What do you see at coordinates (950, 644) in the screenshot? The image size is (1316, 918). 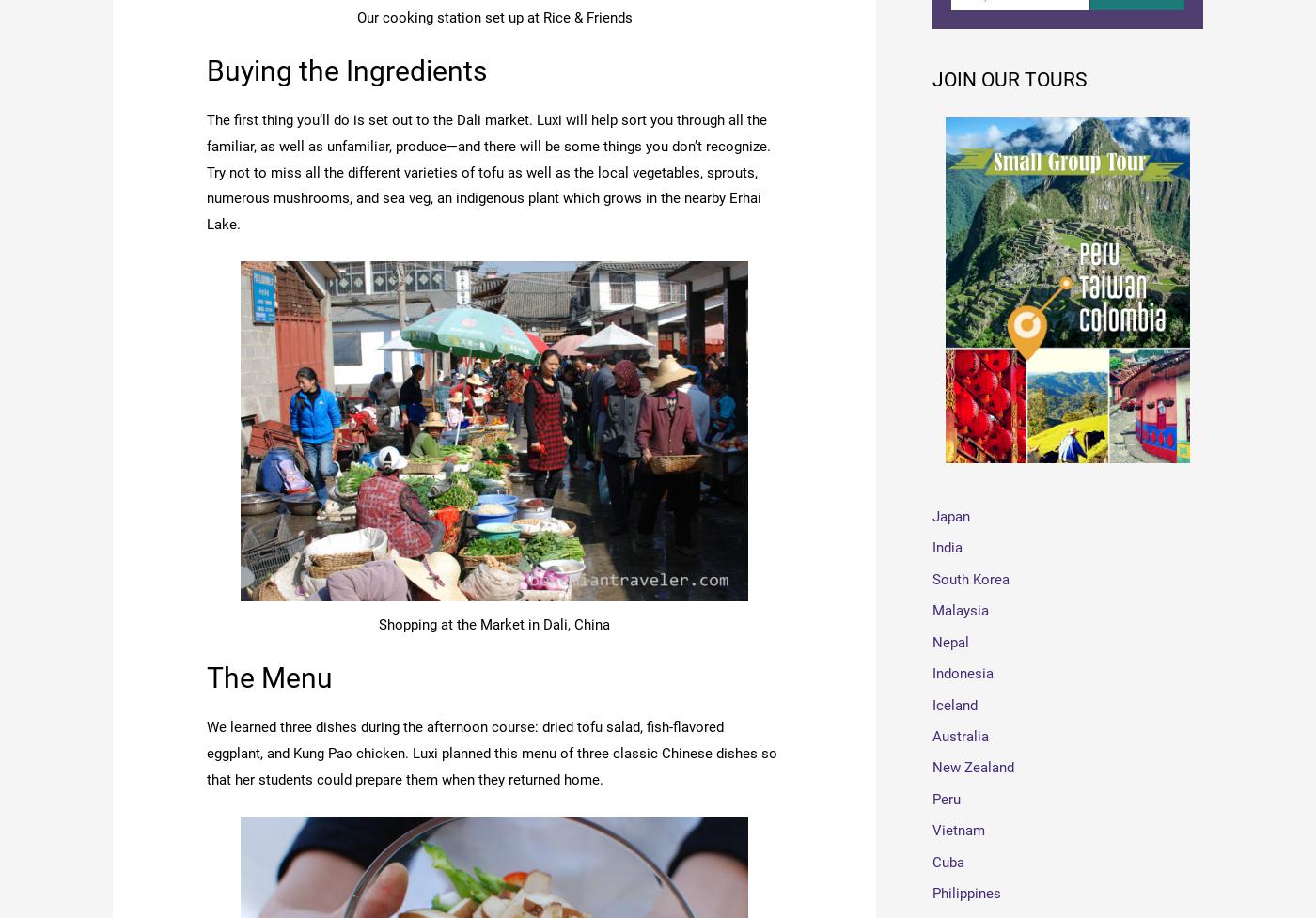 I see `'Nepal'` at bounding box center [950, 644].